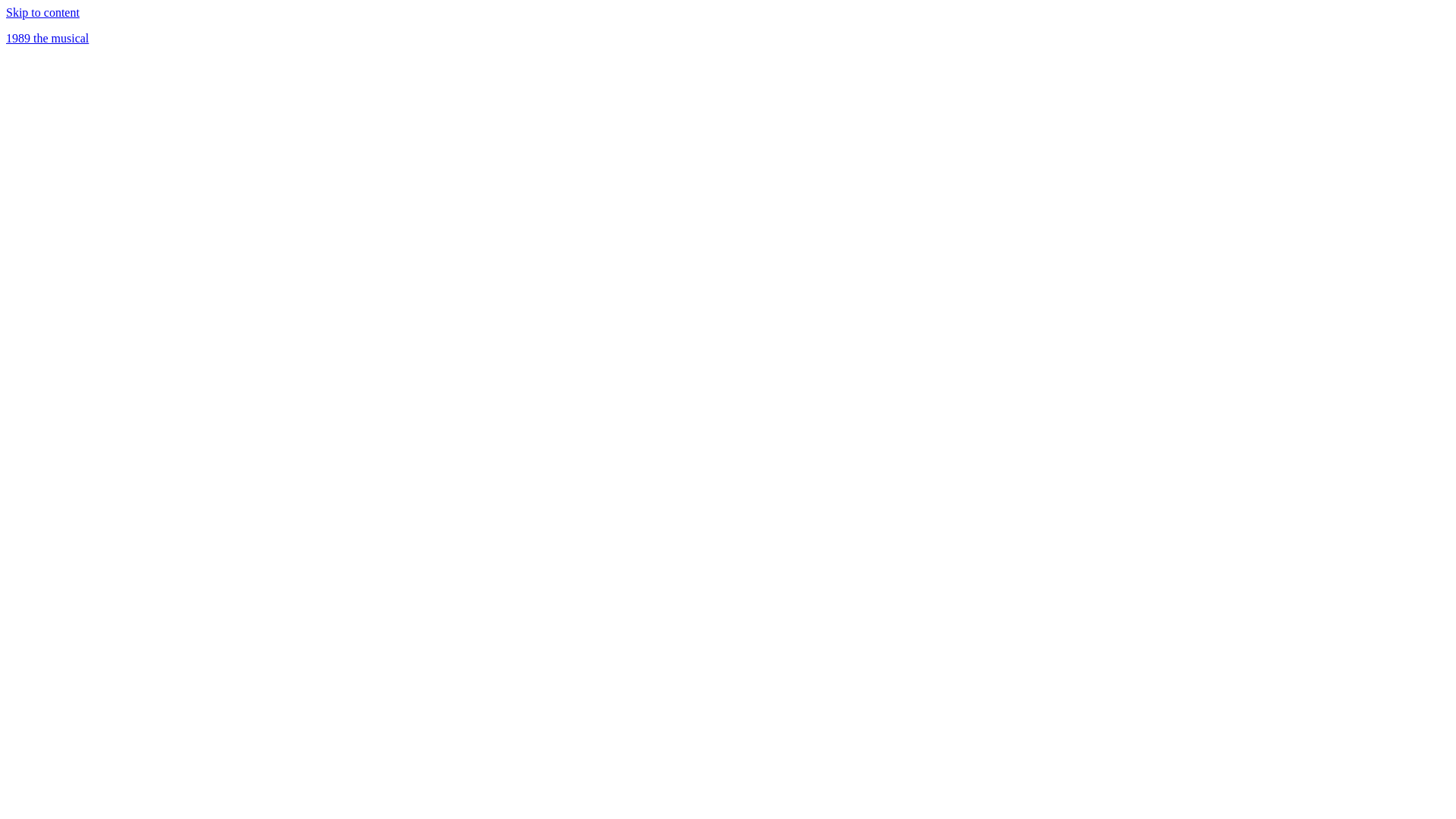 The image size is (1456, 819). Describe the element at coordinates (47, 37) in the screenshot. I see `'1989 the musical'` at that location.